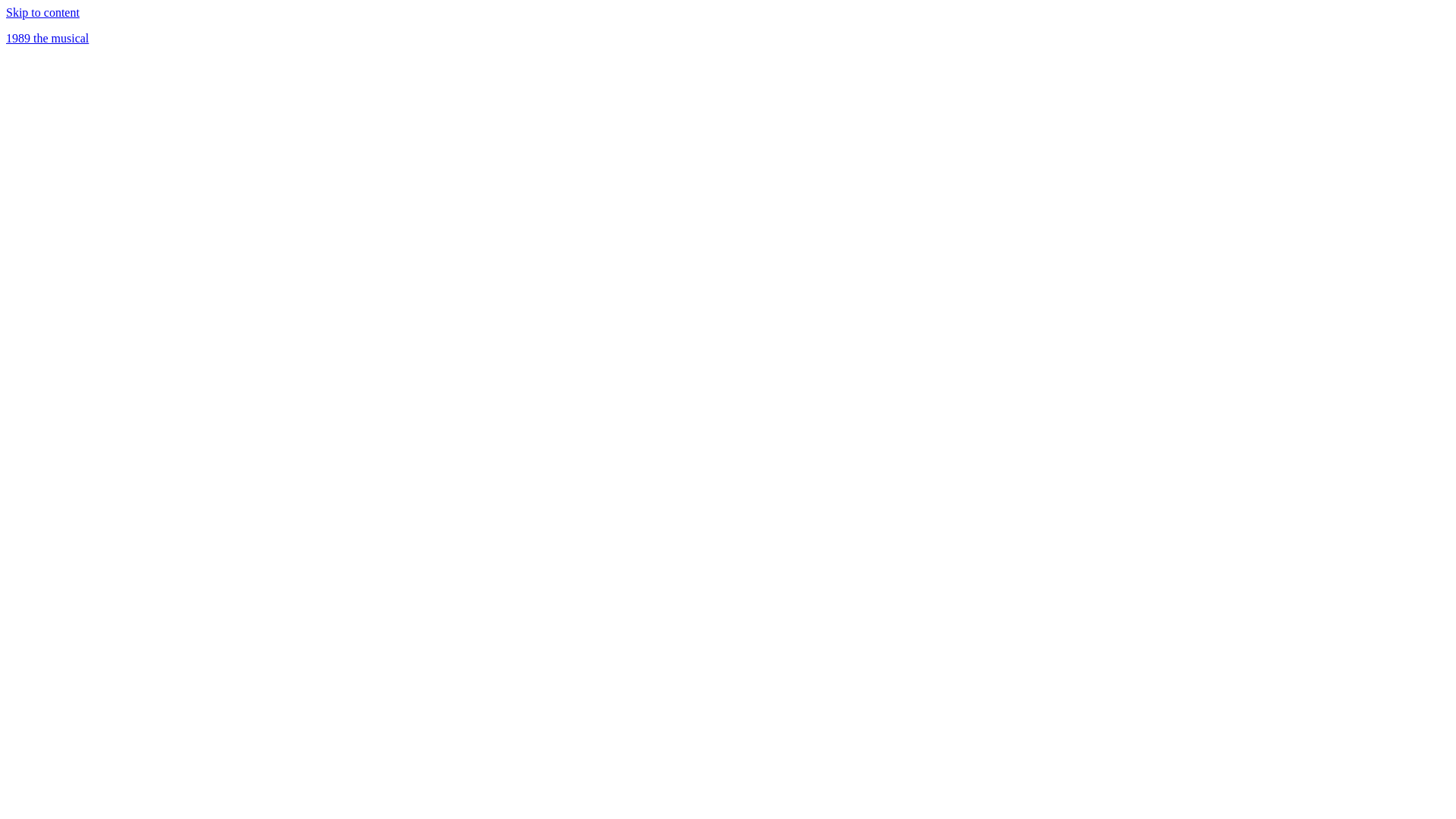 The image size is (1456, 819). Describe the element at coordinates (47, 37) in the screenshot. I see `'1989 the musical'` at that location.